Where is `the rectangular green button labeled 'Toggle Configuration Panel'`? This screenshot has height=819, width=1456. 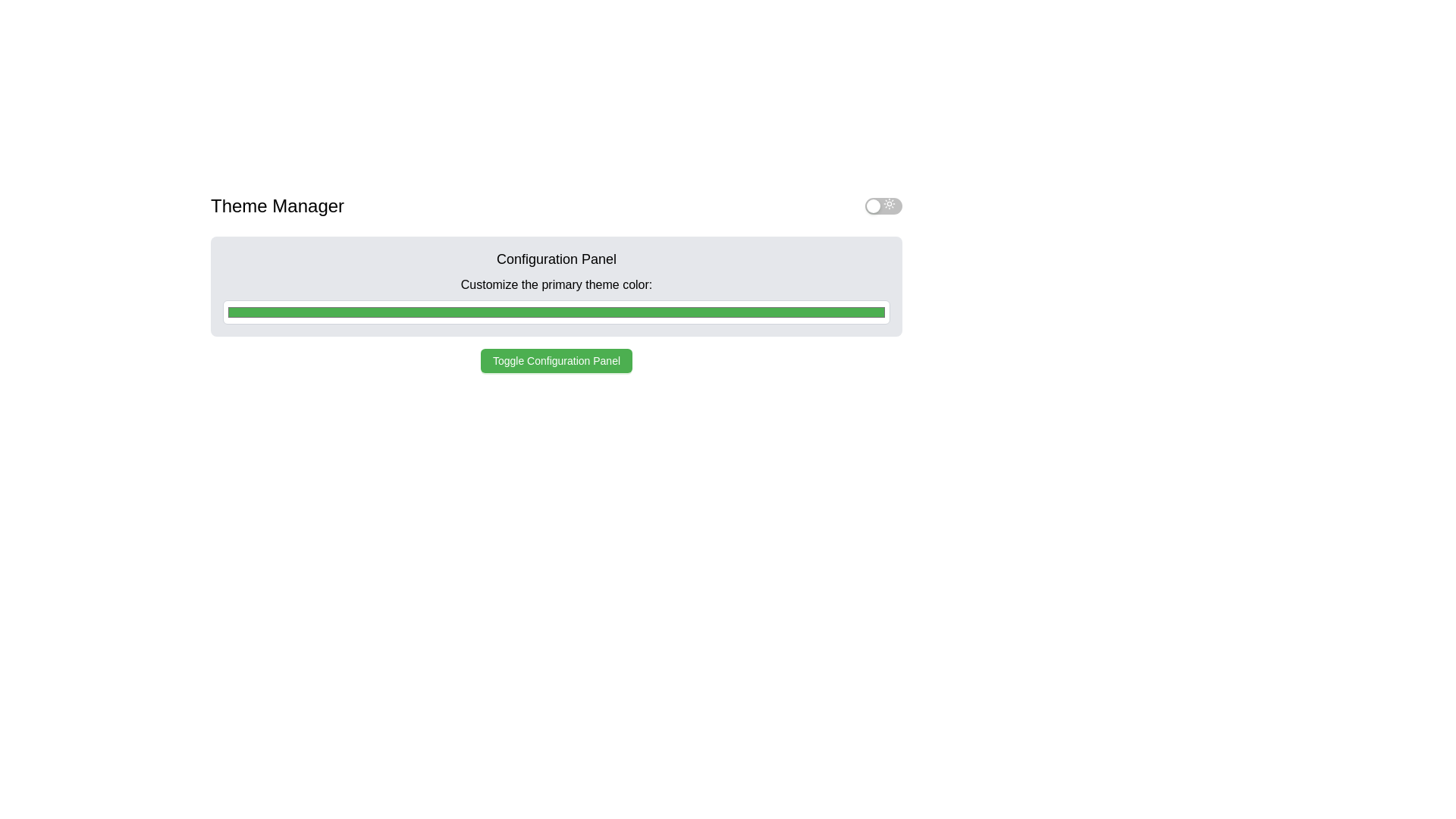 the rectangular green button labeled 'Toggle Configuration Panel' is located at coordinates (556, 360).